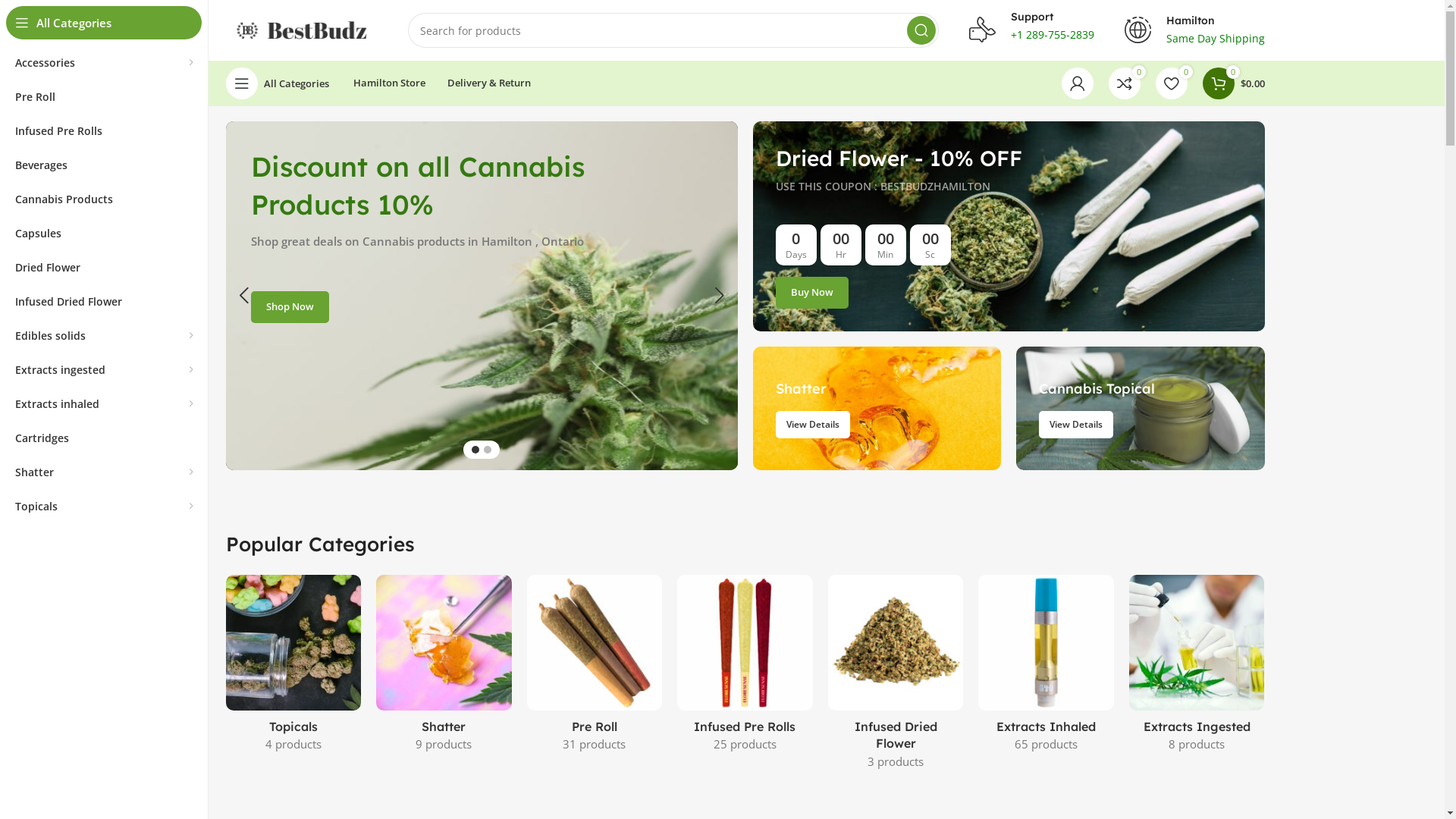  Describe the element at coordinates (103, 403) in the screenshot. I see `'Extracts inhaled'` at that location.